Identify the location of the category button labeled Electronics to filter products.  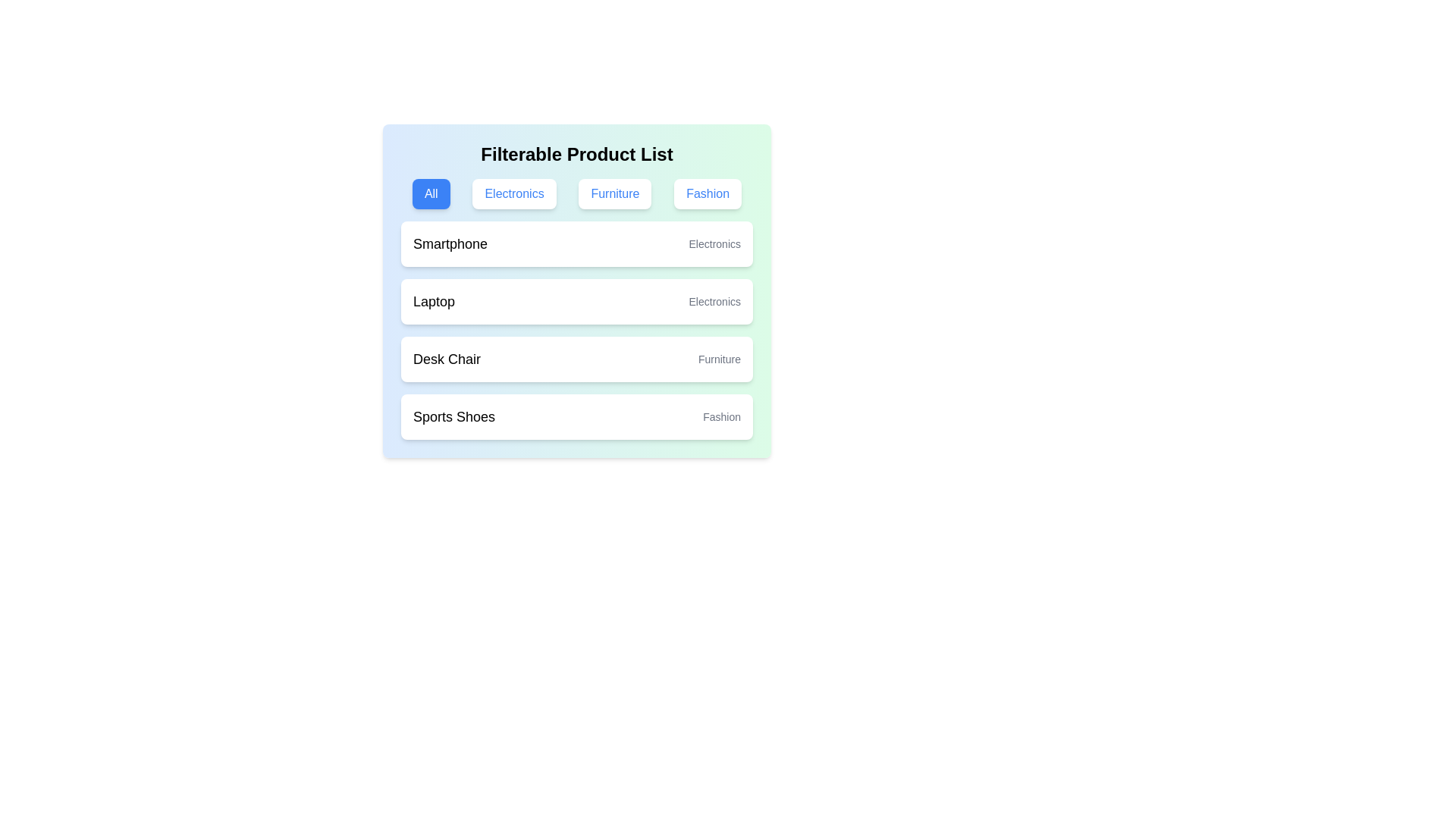
(514, 193).